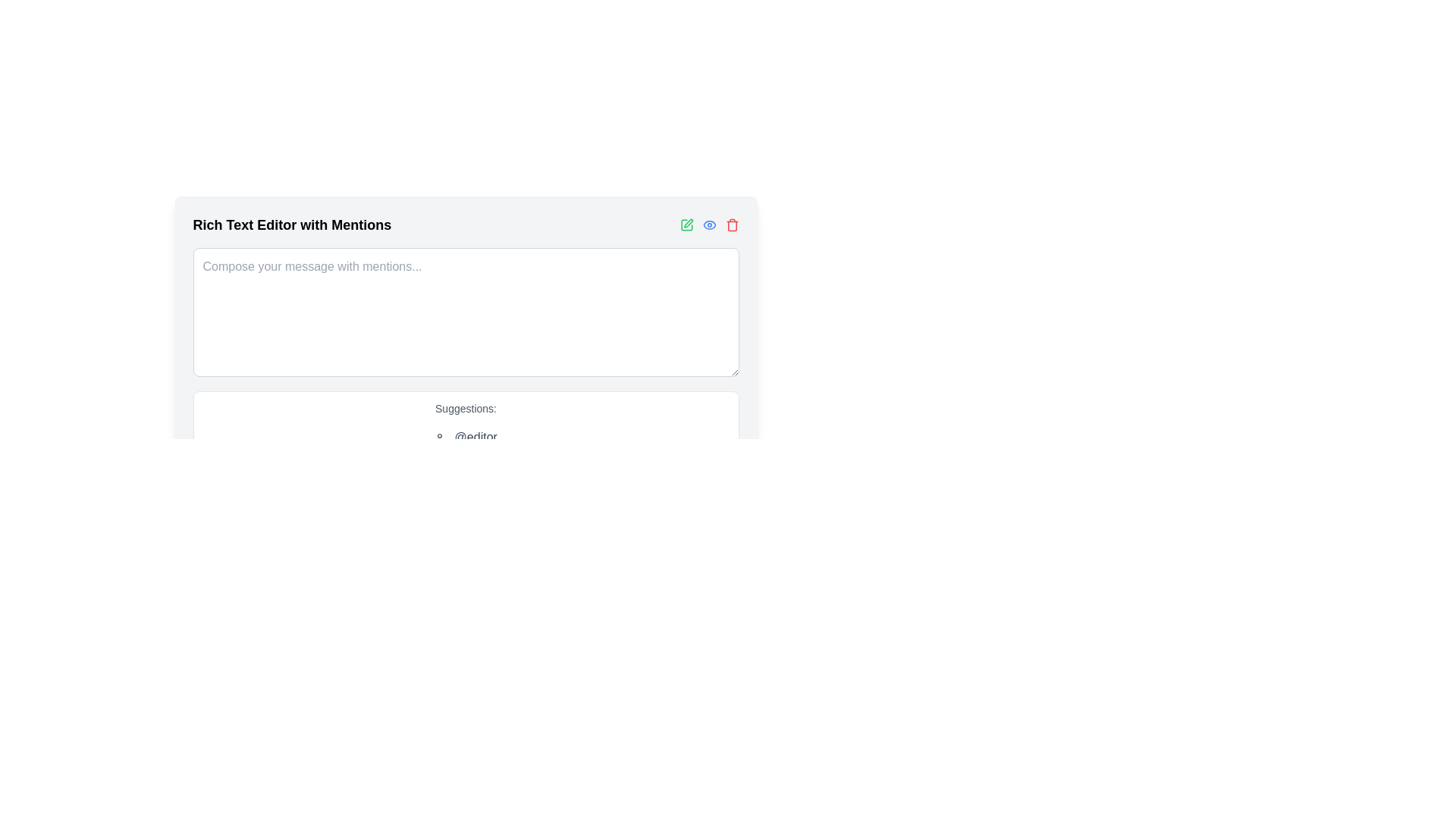 The height and width of the screenshot is (819, 1456). Describe the element at coordinates (686, 225) in the screenshot. I see `the edit button located in the top-right corner of the text editor interface` at that location.